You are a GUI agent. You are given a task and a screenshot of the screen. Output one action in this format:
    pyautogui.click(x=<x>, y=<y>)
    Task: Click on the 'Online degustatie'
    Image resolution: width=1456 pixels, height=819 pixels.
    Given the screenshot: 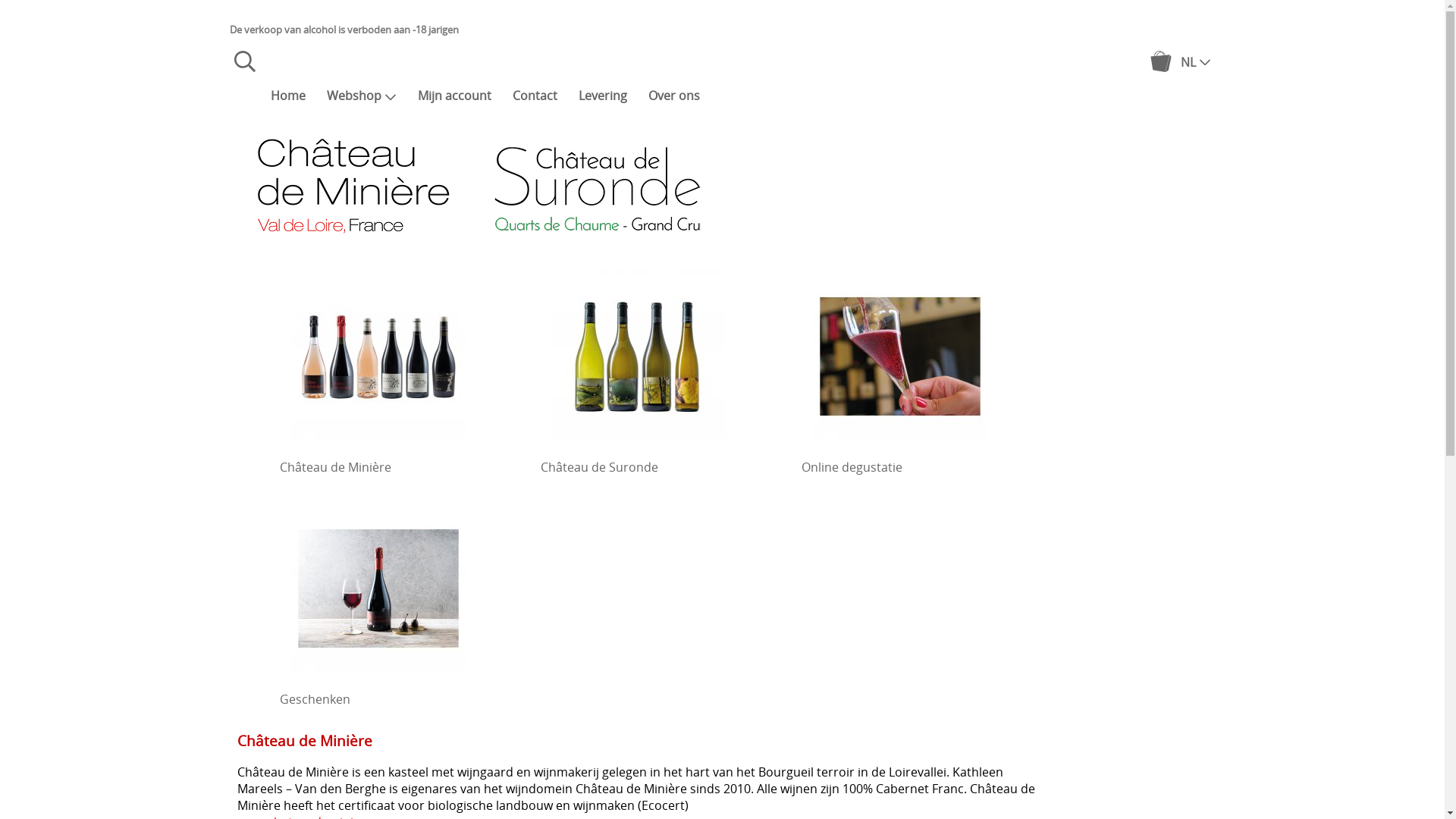 What is the action you would take?
    pyautogui.click(x=899, y=369)
    